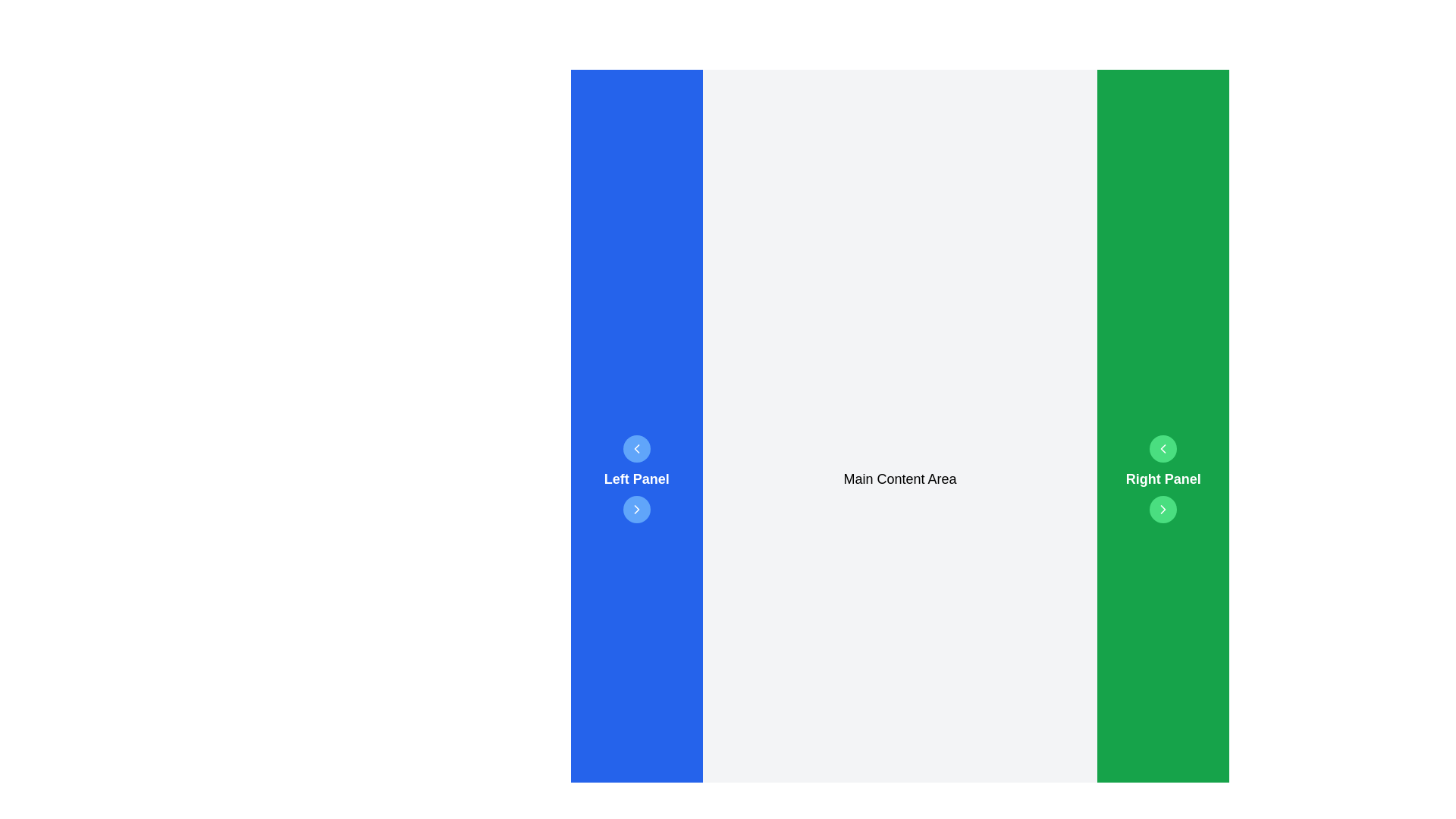 The width and height of the screenshot is (1456, 819). What do you see at coordinates (636, 509) in the screenshot?
I see `the icon-based button located in the blue vertical panel to enable keyboard navigation for scrolling content to the right` at bounding box center [636, 509].